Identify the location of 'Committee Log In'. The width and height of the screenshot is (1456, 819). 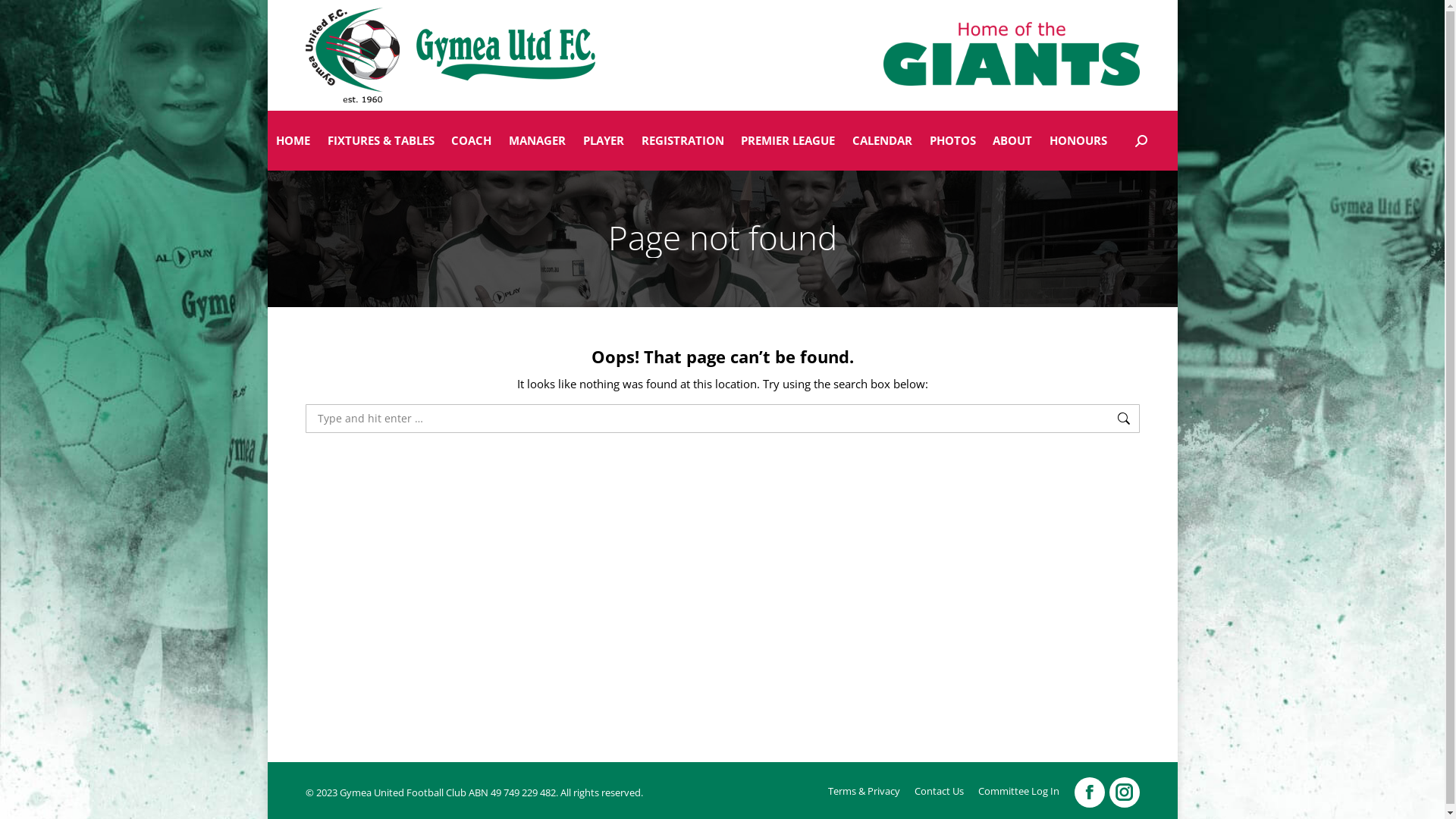
(978, 790).